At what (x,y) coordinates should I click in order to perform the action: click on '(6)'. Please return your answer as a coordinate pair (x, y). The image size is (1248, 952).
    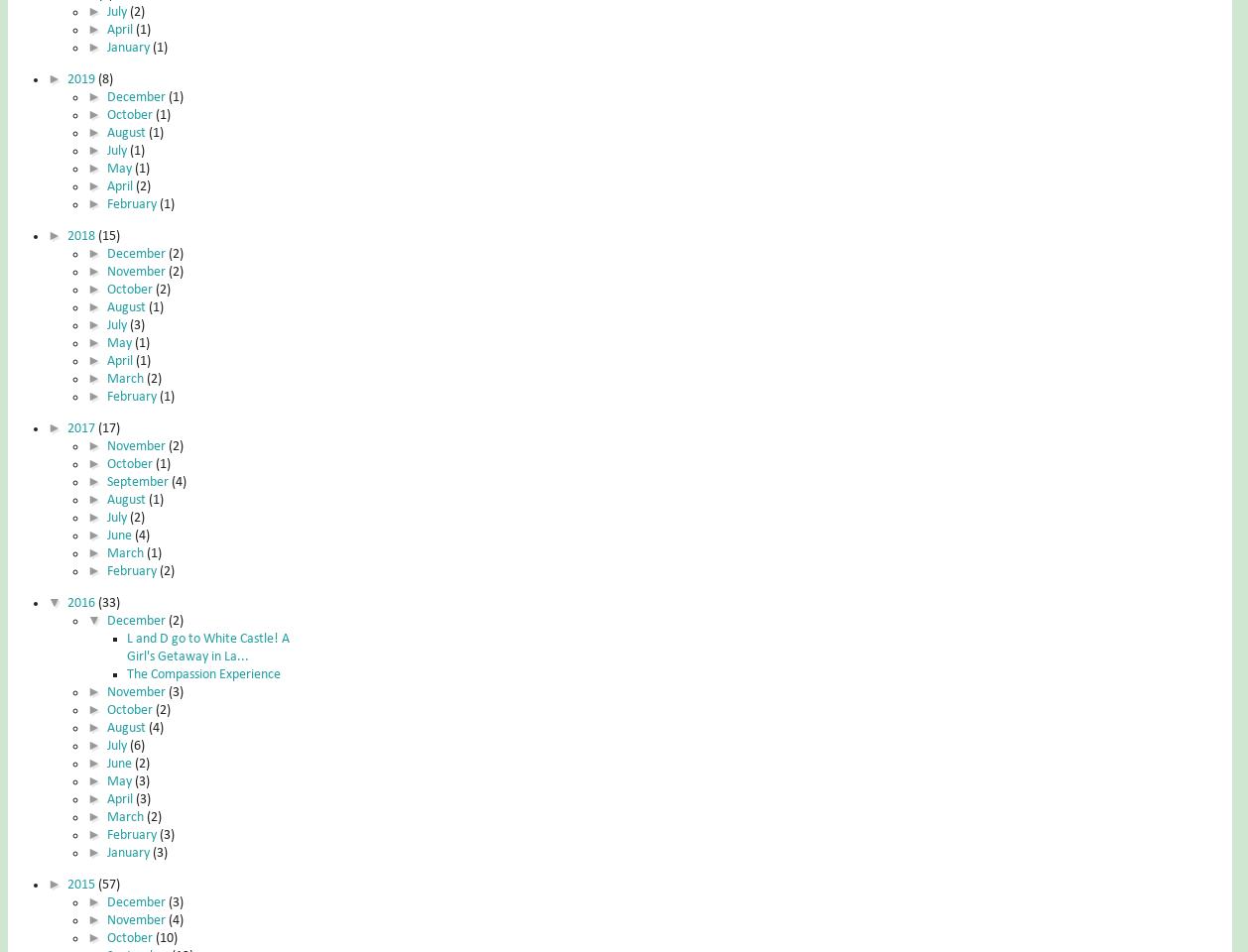
    Looking at the image, I should click on (136, 744).